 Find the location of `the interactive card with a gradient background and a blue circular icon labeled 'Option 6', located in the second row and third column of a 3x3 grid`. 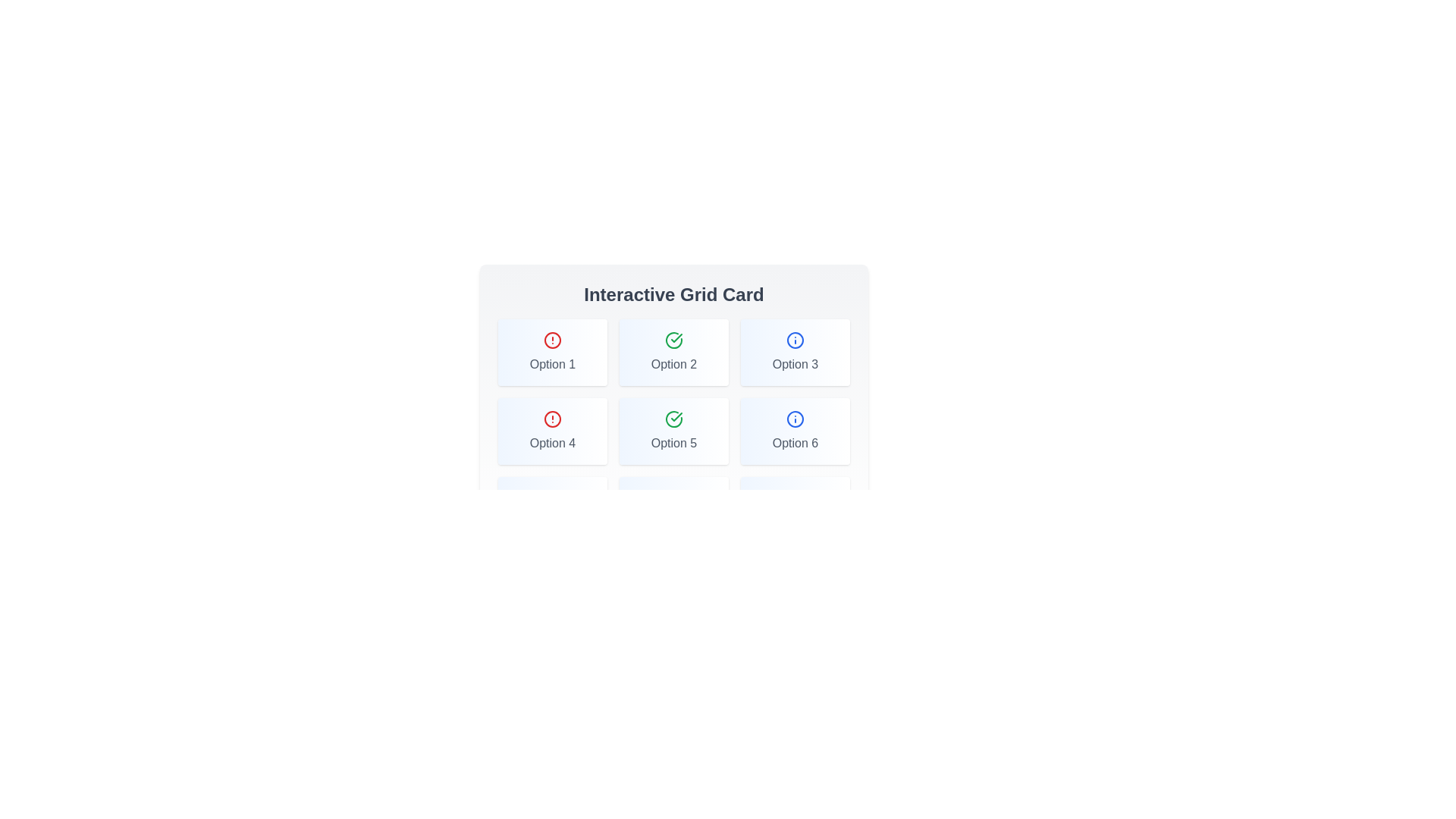

the interactive card with a gradient background and a blue circular icon labeled 'Option 6', located in the second row and third column of a 3x3 grid is located at coordinates (795, 431).